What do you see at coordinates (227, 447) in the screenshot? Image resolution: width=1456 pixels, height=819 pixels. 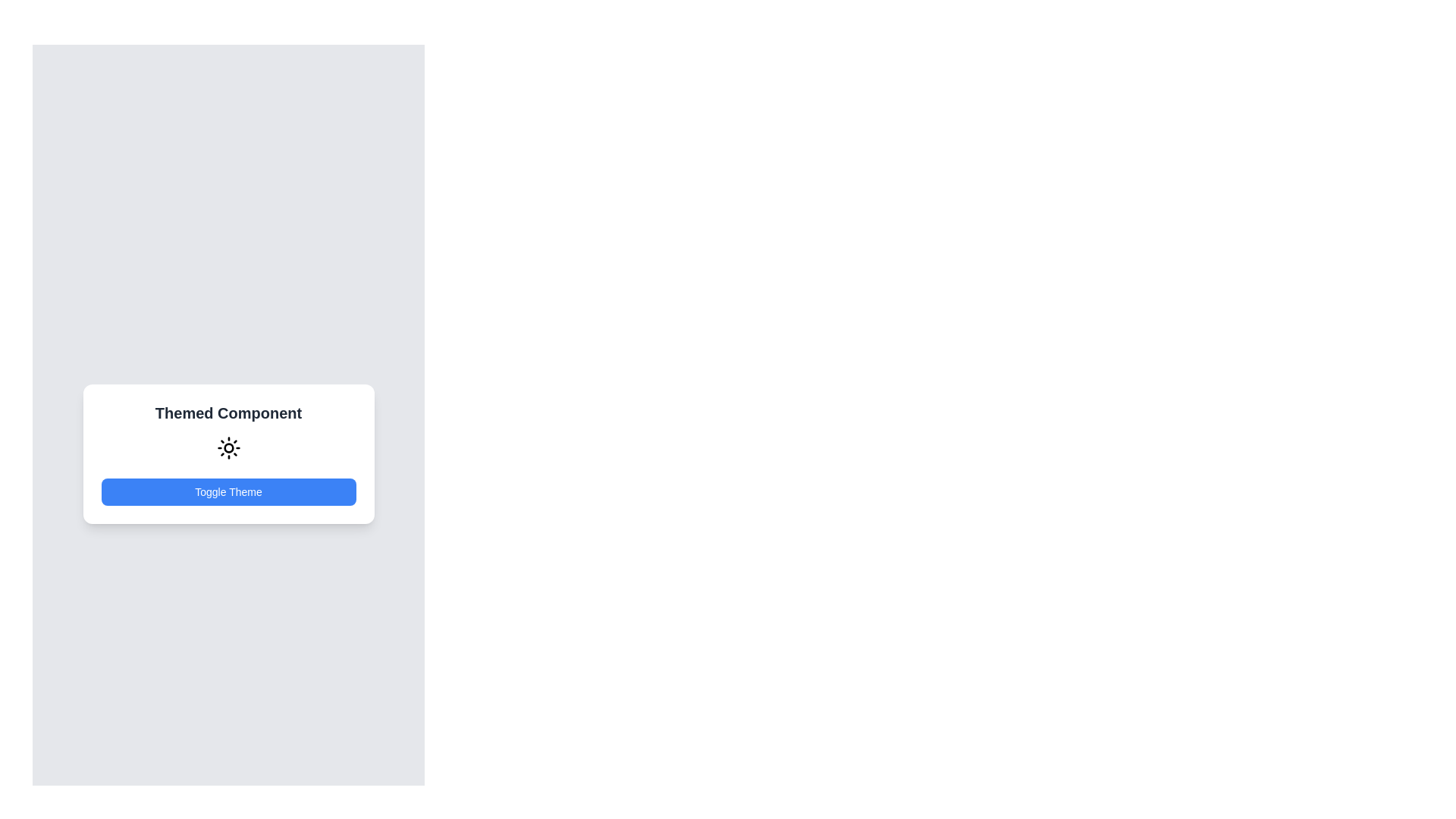 I see `the sun icon with radiating lines for visual feedback, positioned centrally below the 'Themed Component' text and above the 'Toggle Theme' button` at bounding box center [227, 447].